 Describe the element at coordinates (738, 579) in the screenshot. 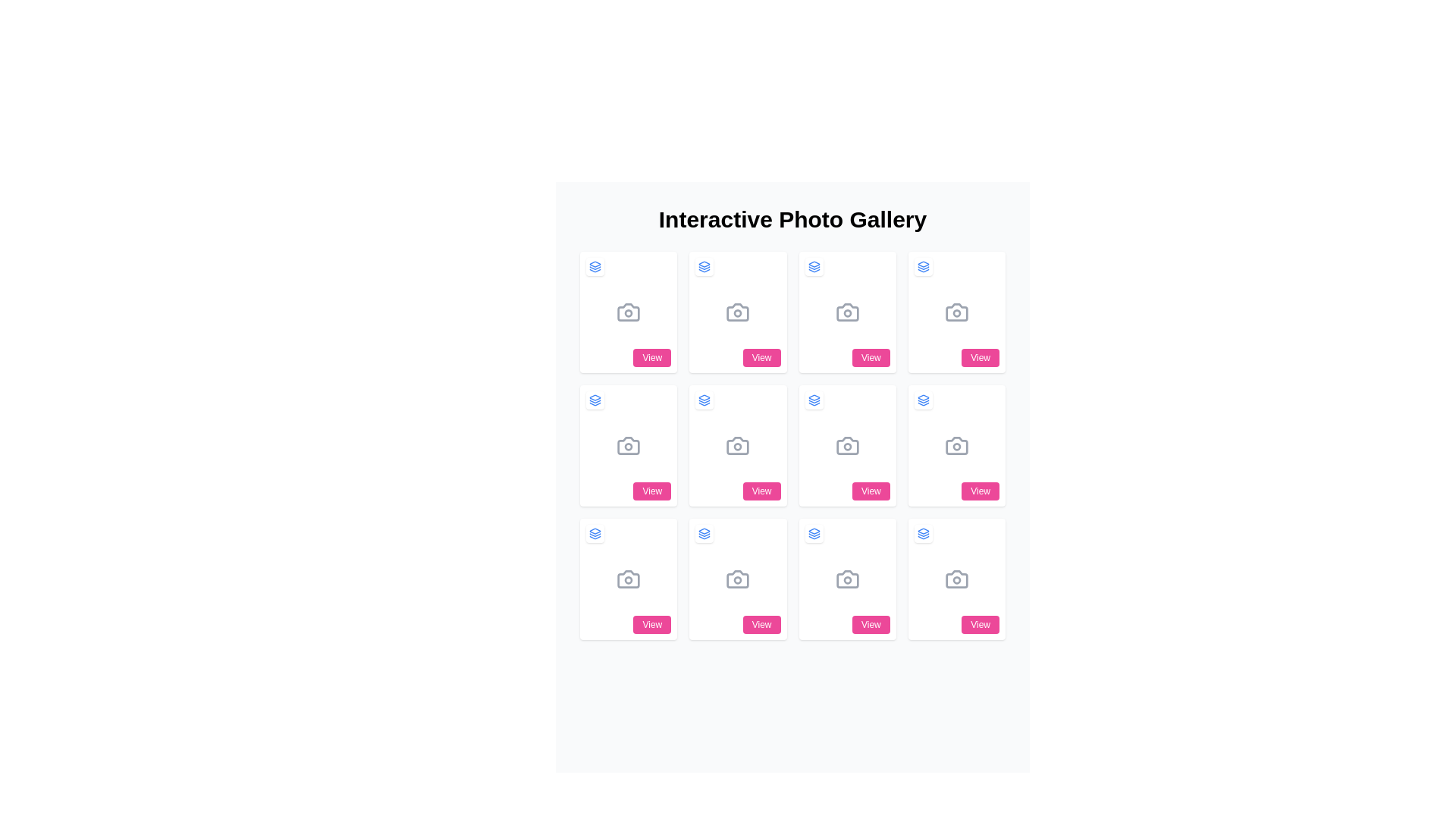

I see `the camera icon with a rounded rectangle shape, located in the second column and third row of the photo gallery interface` at that location.